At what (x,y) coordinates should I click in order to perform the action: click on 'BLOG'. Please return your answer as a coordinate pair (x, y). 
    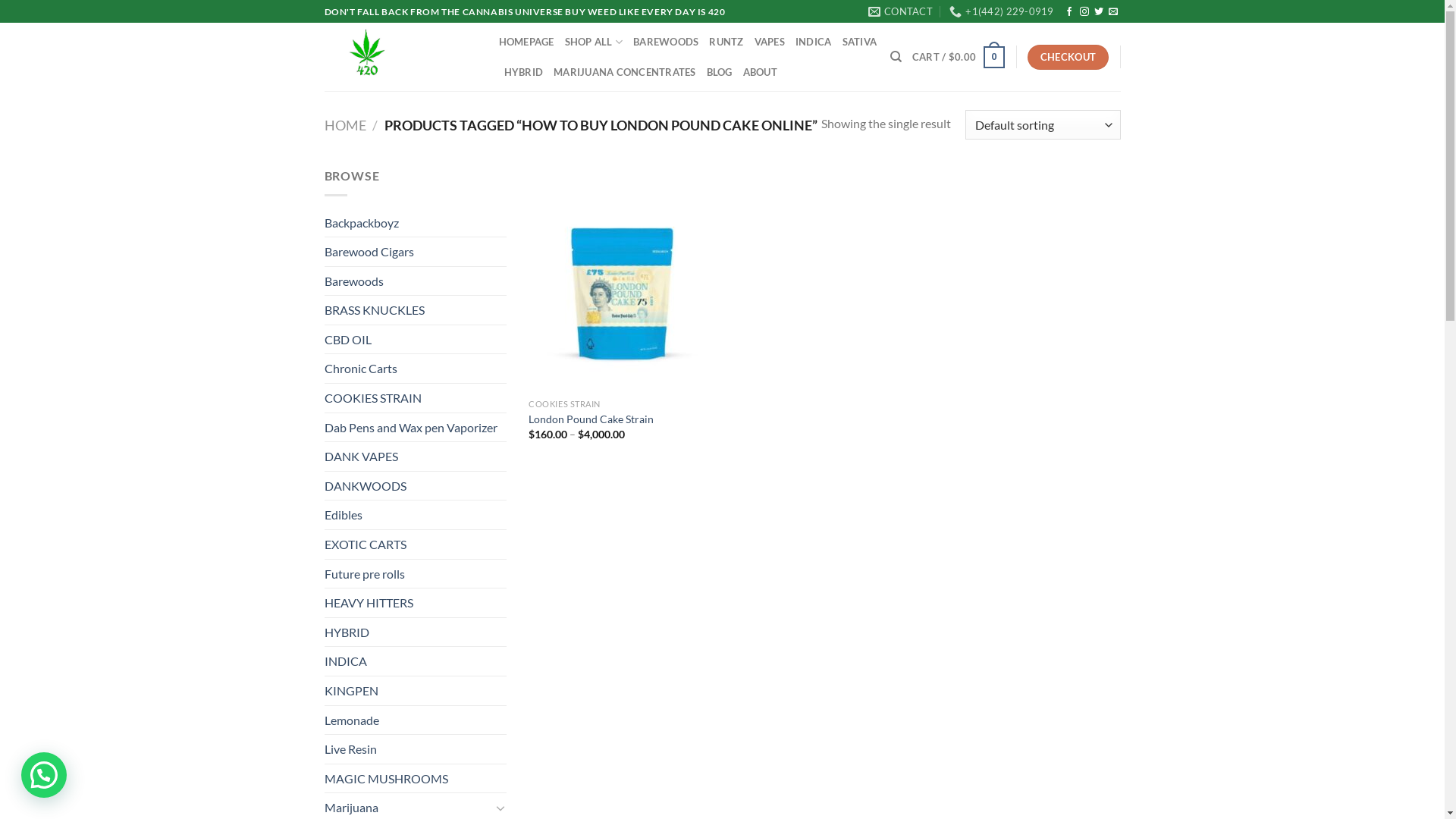
    Looking at the image, I should click on (719, 72).